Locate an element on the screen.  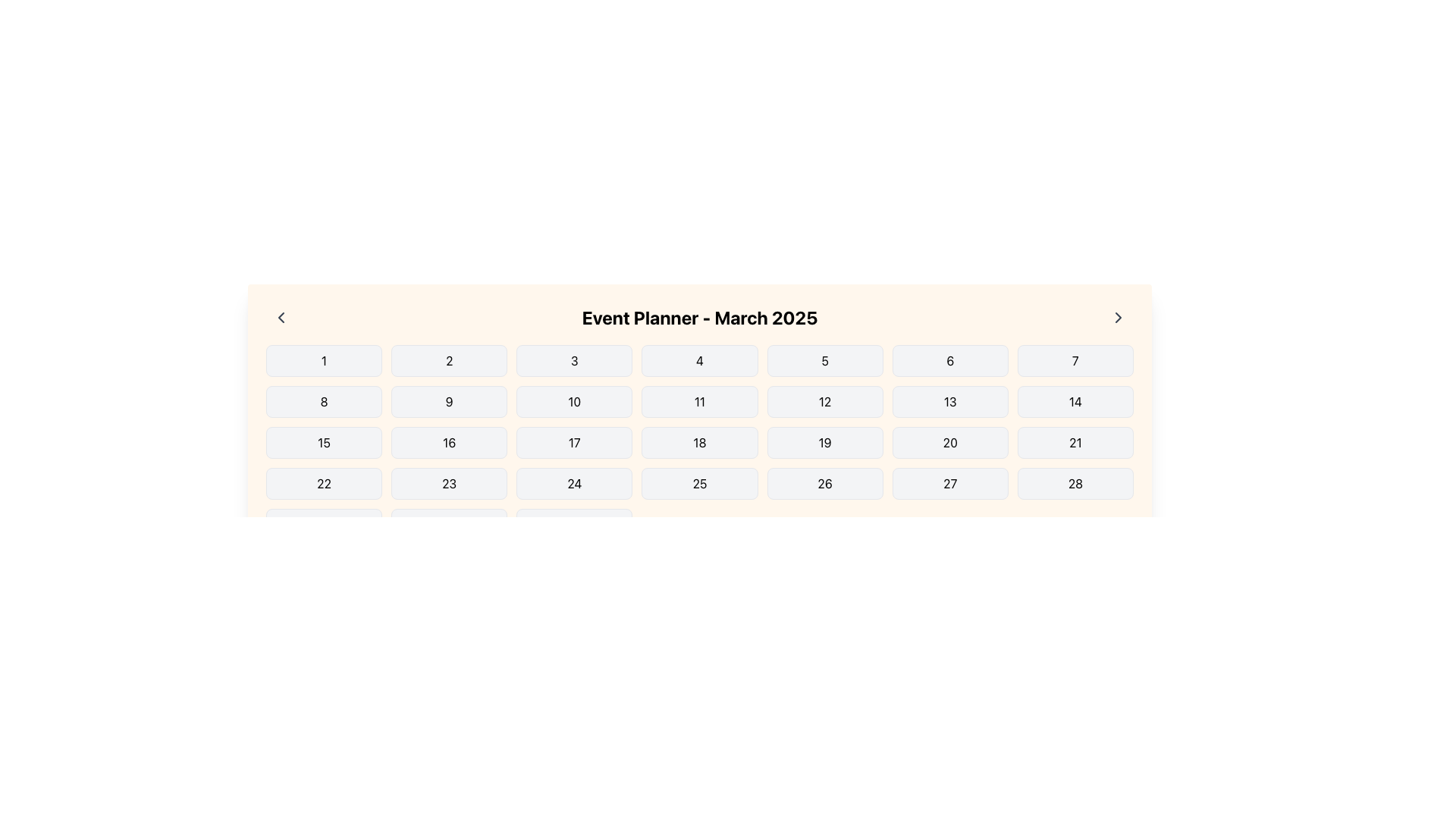
the text element representing the 16th day of the month in the calendar is located at coordinates (448, 442).